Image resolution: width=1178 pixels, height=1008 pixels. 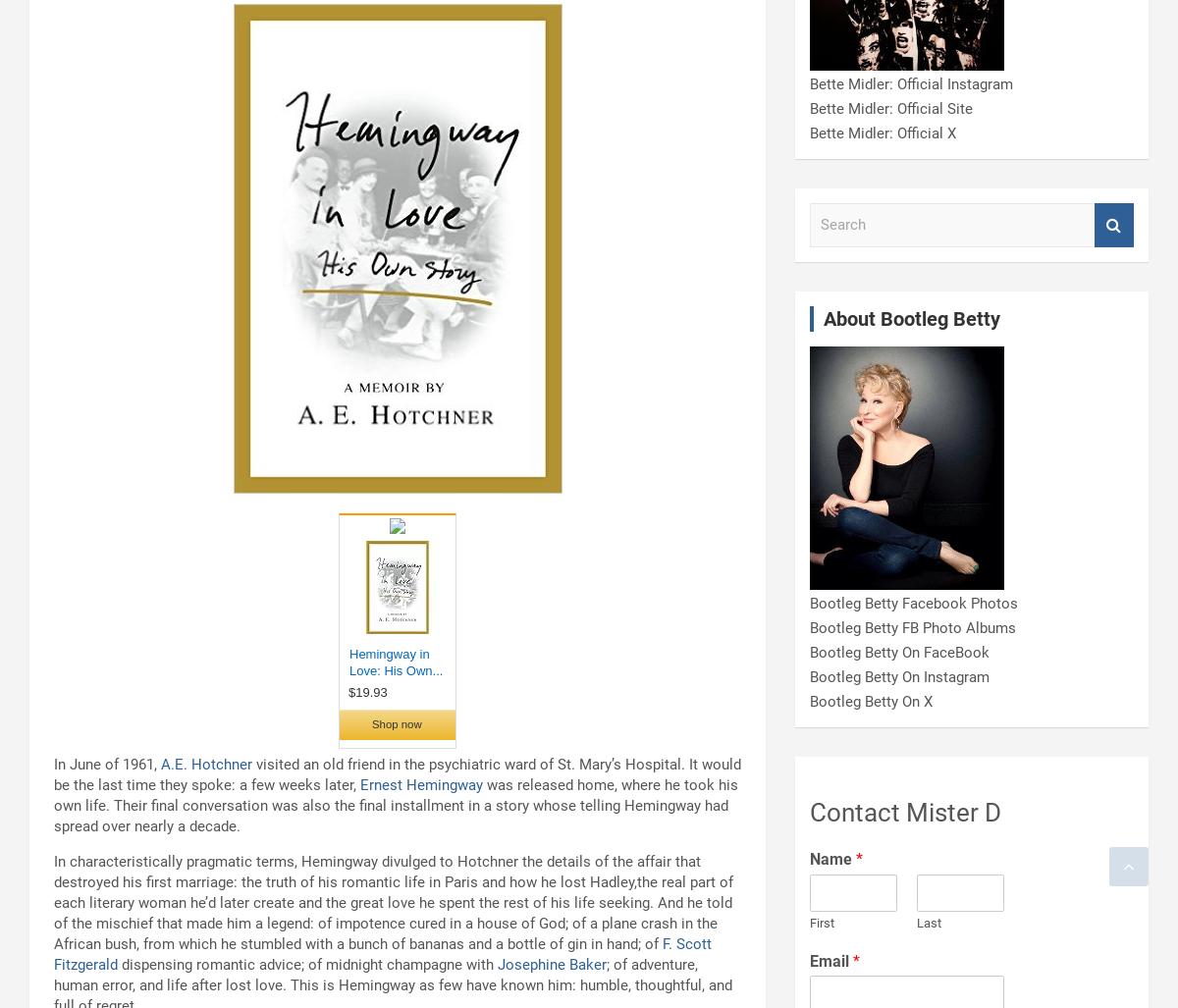 What do you see at coordinates (396, 805) in the screenshot?
I see `'was released home, where he took his own life. Their final conversation was also the final installment in a story whose telling Hemingway had spread over nearly a decade.'` at bounding box center [396, 805].